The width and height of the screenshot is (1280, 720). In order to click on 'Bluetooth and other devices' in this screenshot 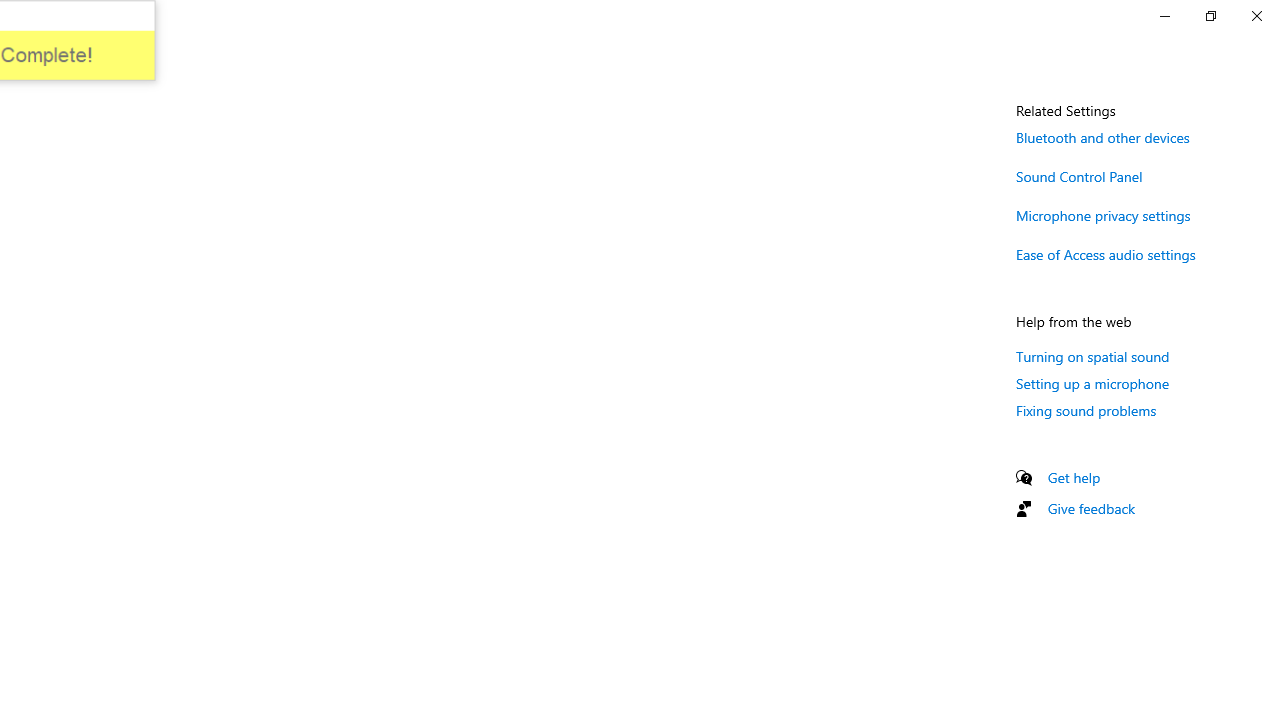, I will do `click(1102, 136)`.